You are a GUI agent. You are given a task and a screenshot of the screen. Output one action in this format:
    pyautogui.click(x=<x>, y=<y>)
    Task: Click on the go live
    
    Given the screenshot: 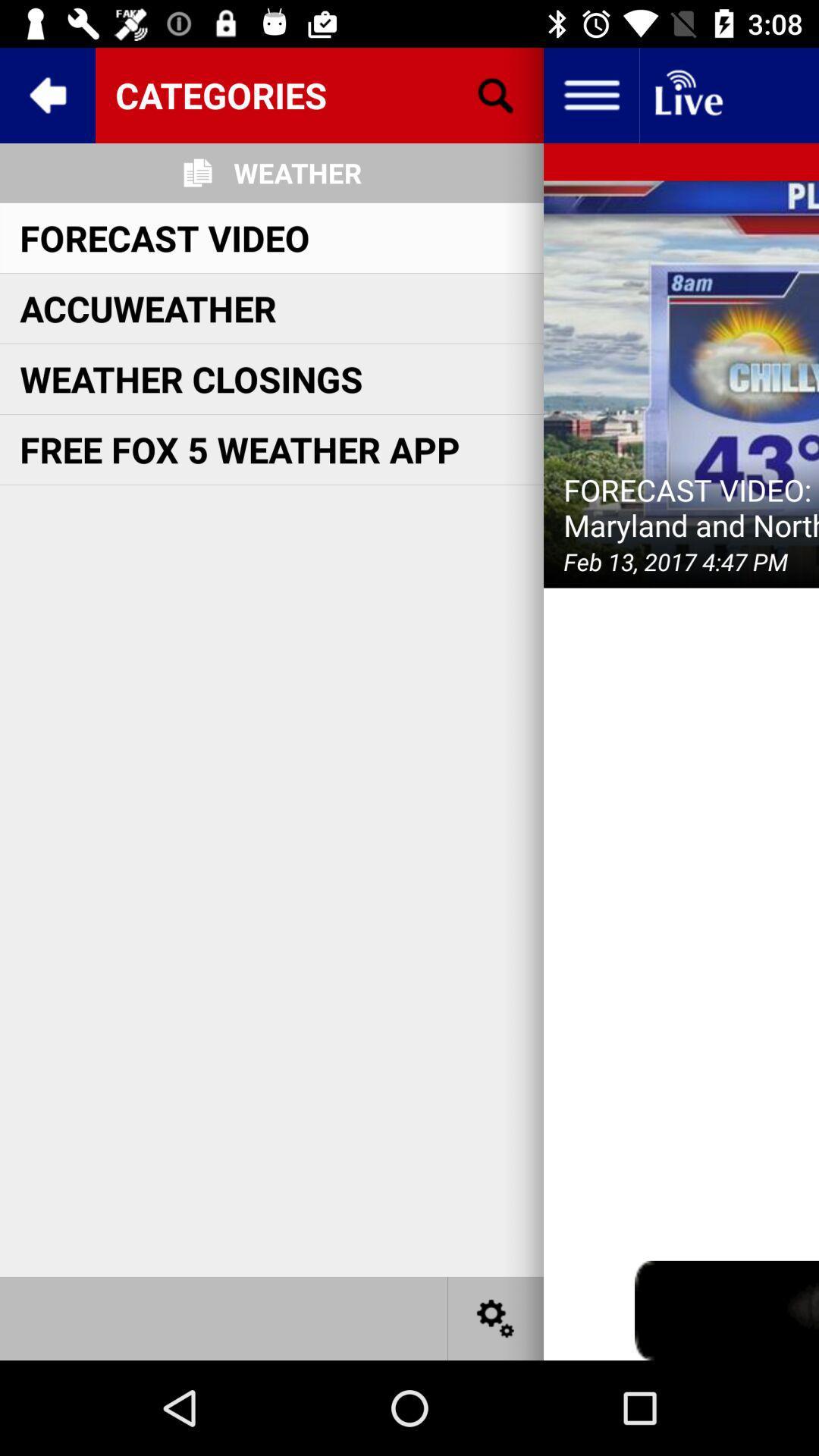 What is the action you would take?
    pyautogui.click(x=687, y=94)
    